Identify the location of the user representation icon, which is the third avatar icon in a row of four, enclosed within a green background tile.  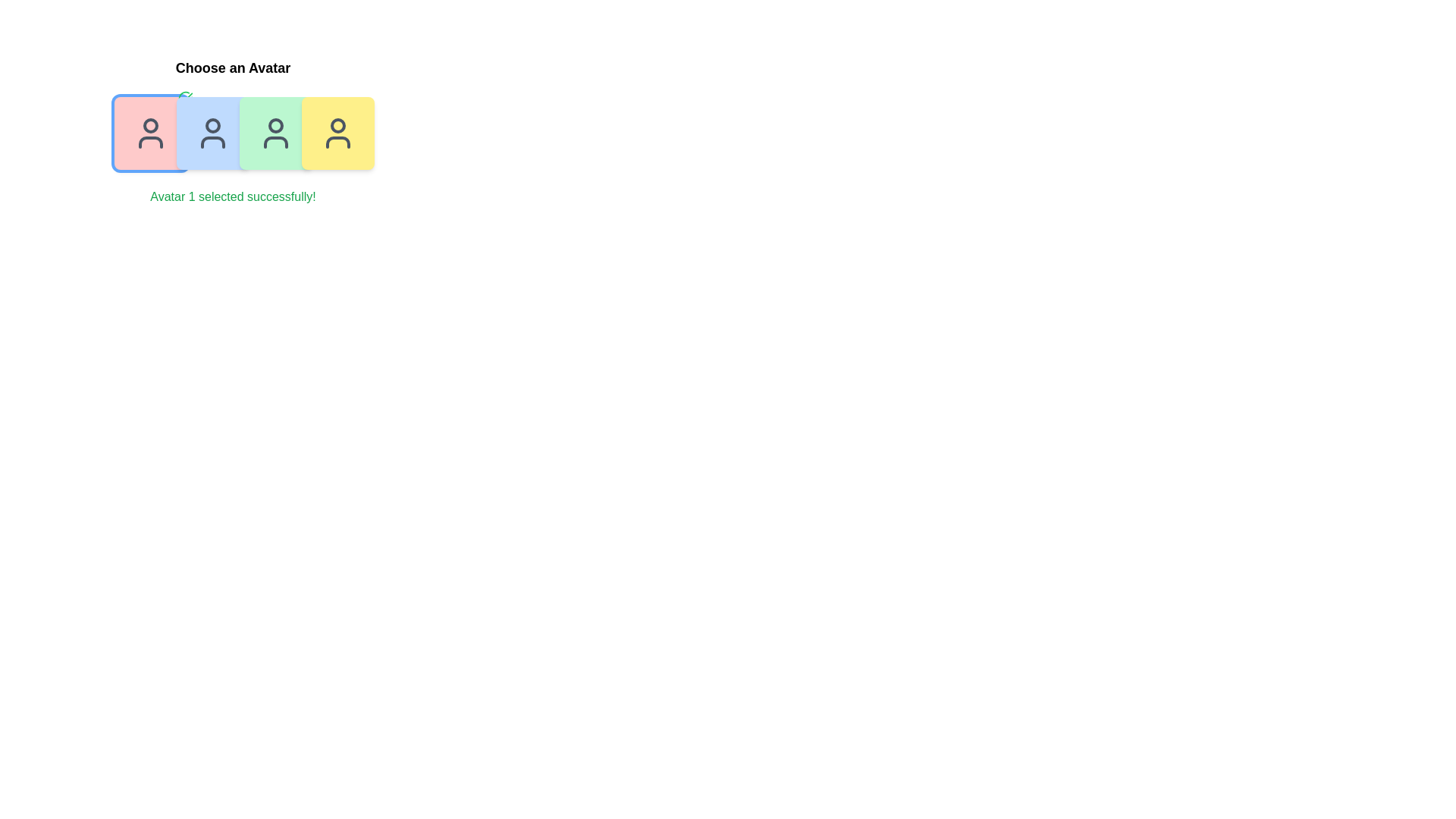
(275, 133).